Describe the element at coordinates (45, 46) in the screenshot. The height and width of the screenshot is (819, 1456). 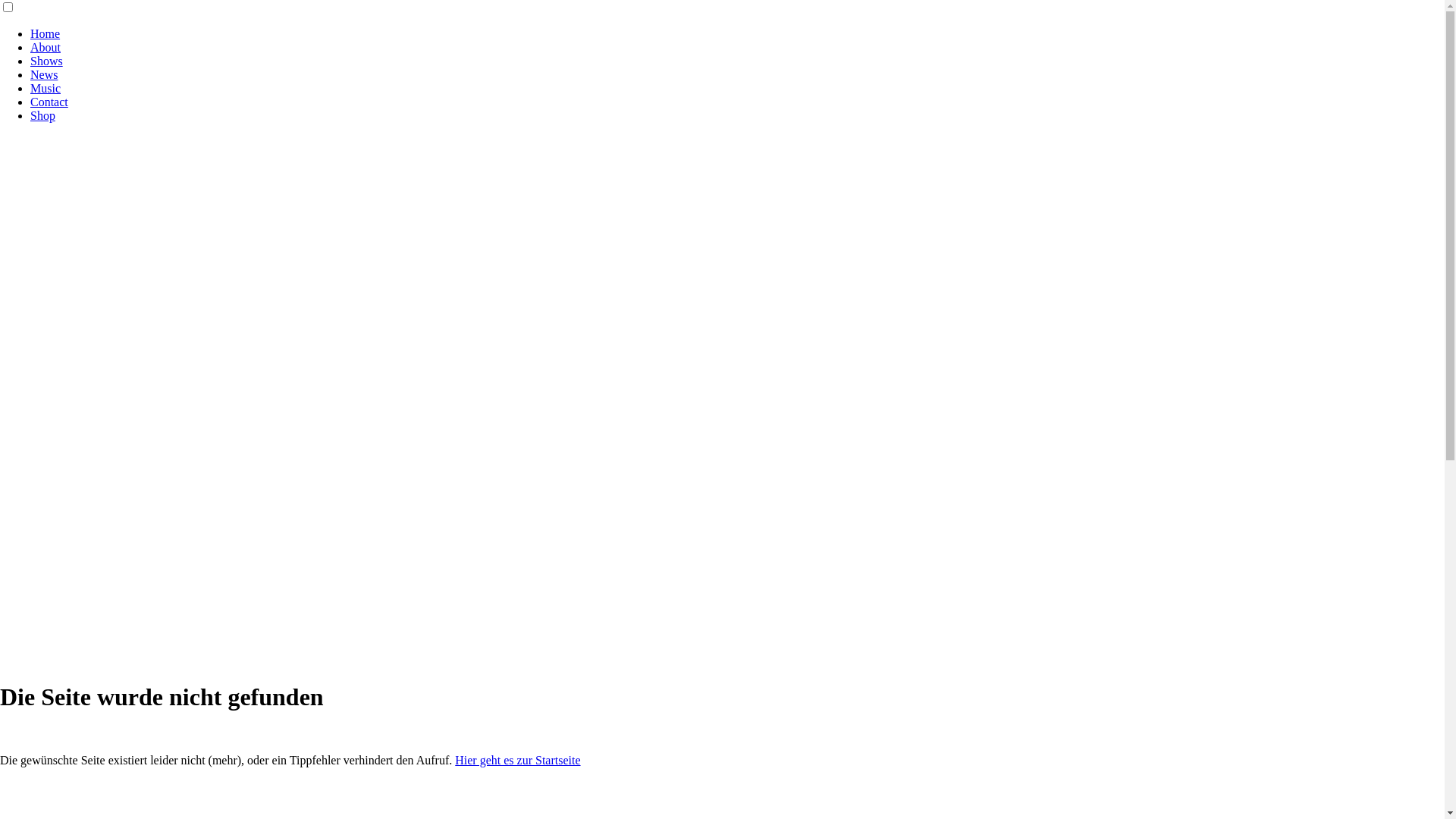
I see `'About'` at that location.